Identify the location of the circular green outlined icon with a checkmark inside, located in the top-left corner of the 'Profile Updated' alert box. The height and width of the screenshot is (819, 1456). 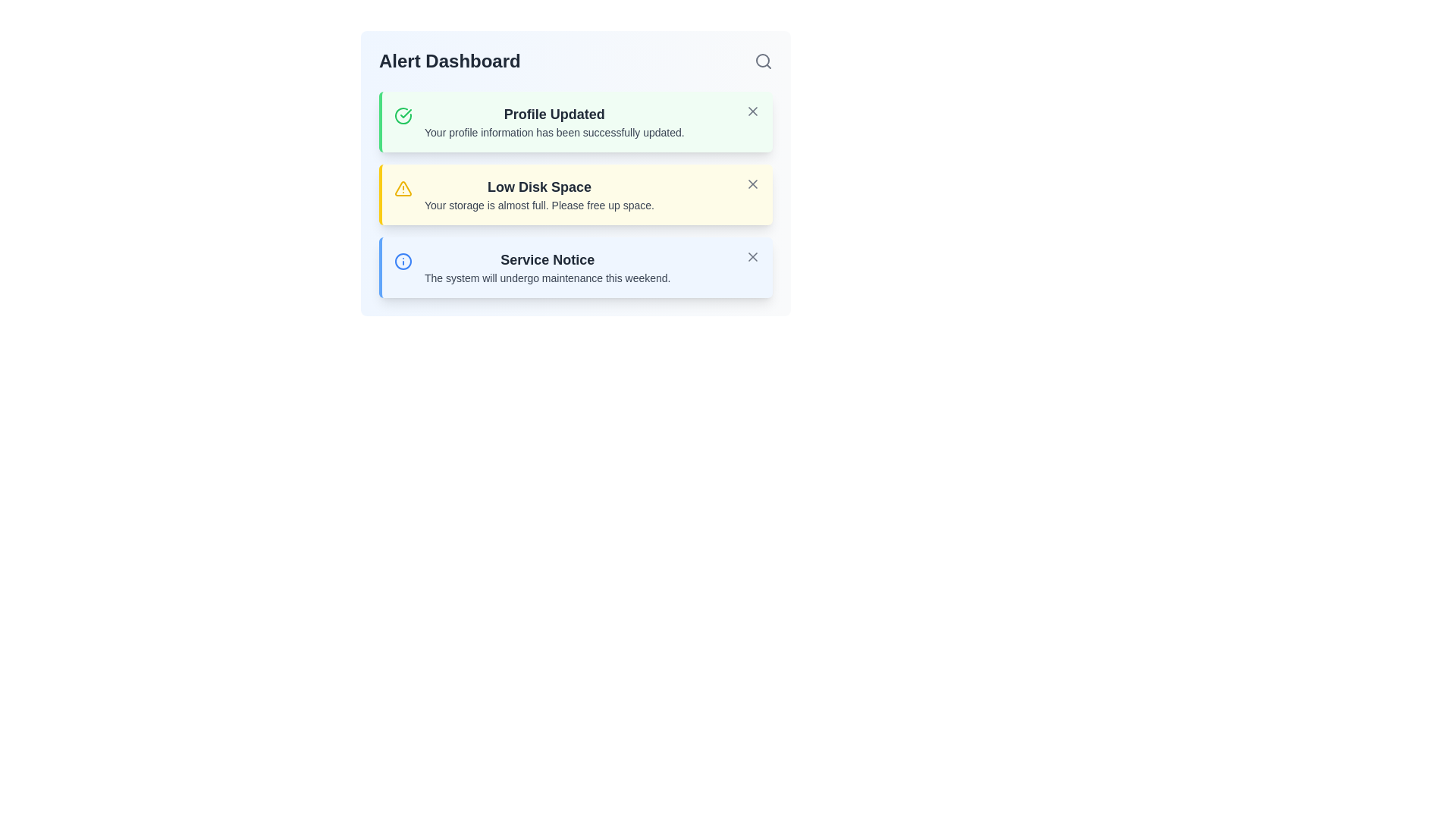
(403, 115).